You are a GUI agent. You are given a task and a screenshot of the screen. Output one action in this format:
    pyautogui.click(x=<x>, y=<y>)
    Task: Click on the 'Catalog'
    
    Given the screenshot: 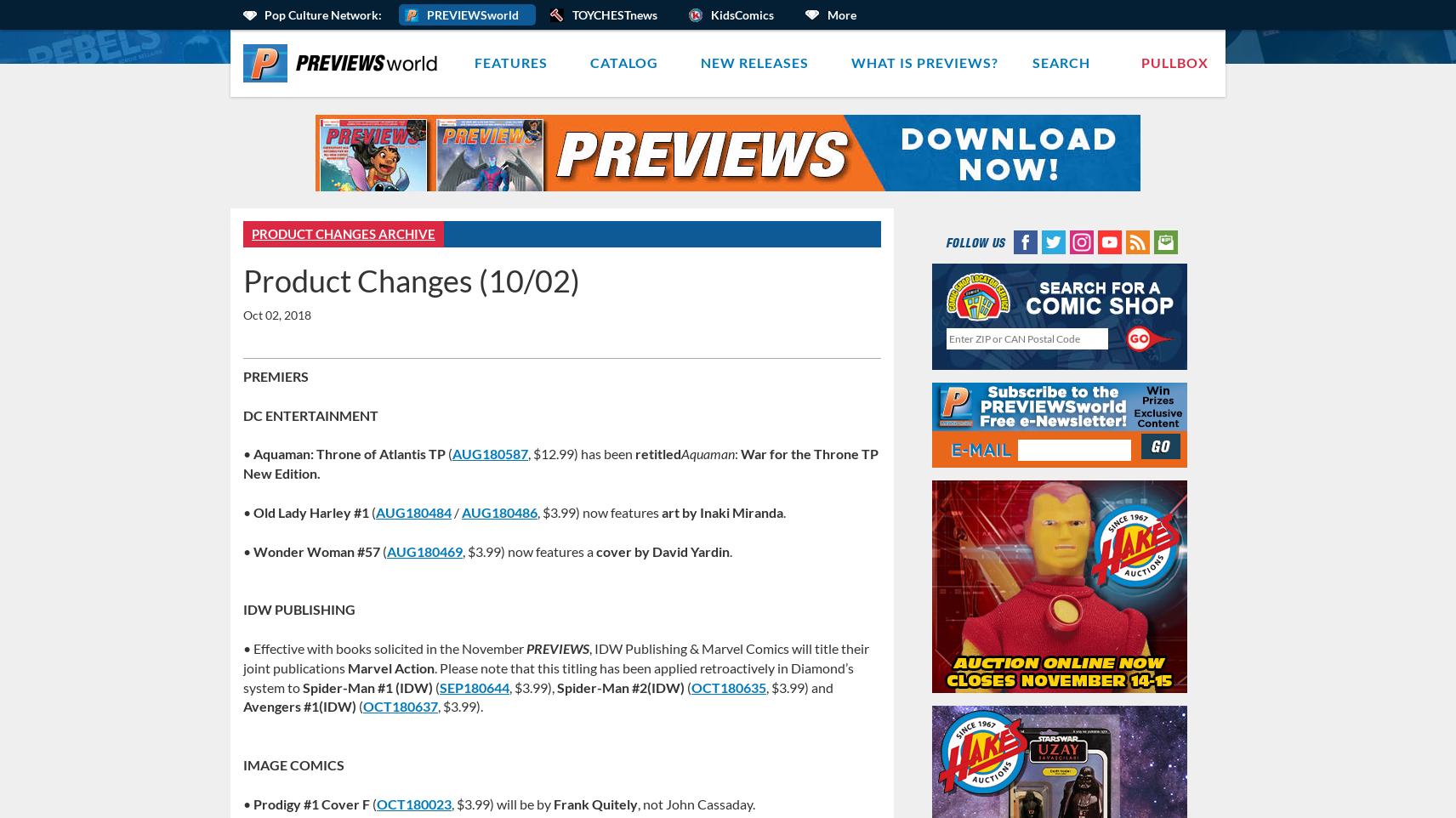 What is the action you would take?
    pyautogui.click(x=623, y=62)
    